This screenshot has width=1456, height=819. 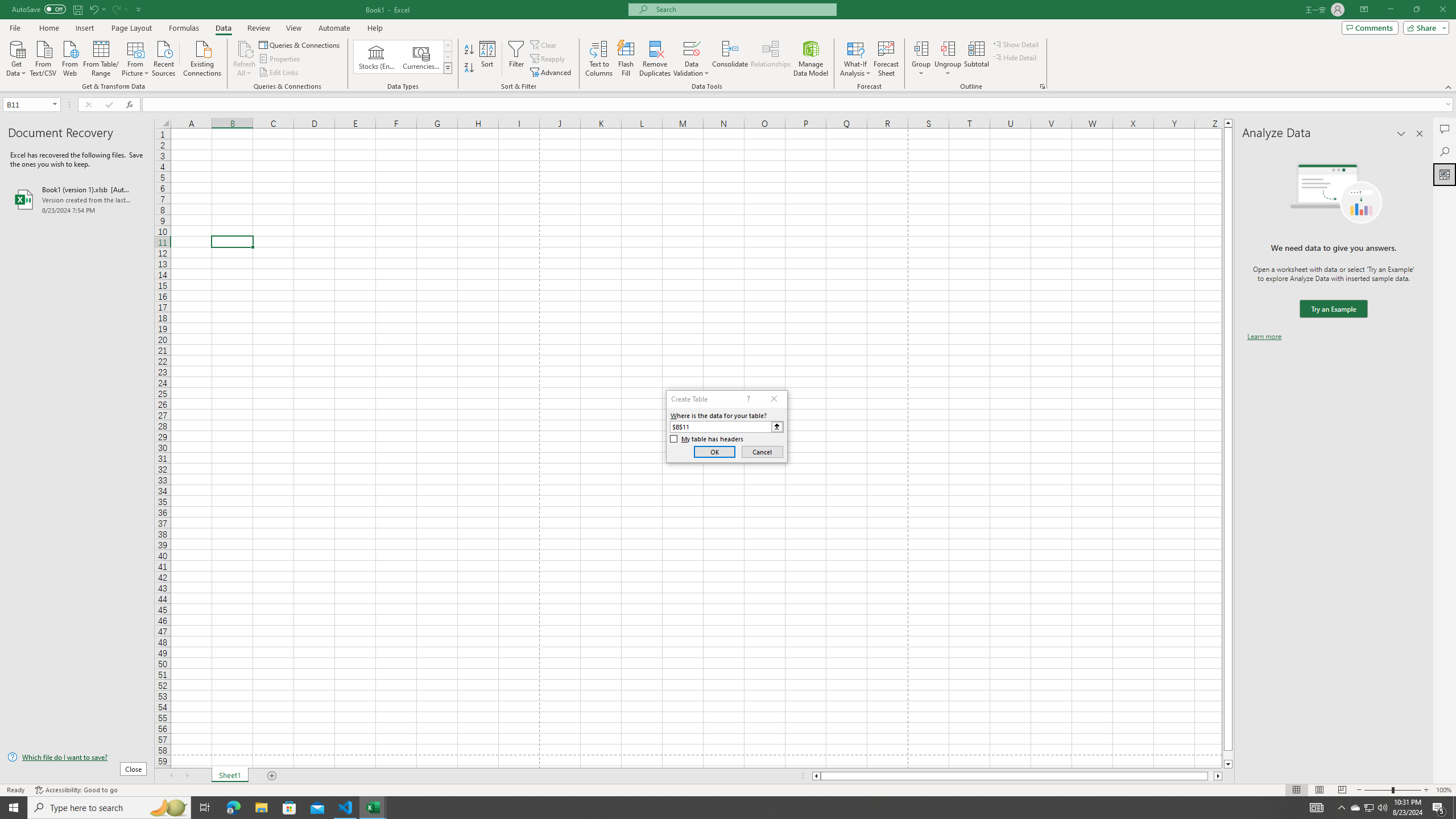 What do you see at coordinates (1296, 790) in the screenshot?
I see `'Normal'` at bounding box center [1296, 790].